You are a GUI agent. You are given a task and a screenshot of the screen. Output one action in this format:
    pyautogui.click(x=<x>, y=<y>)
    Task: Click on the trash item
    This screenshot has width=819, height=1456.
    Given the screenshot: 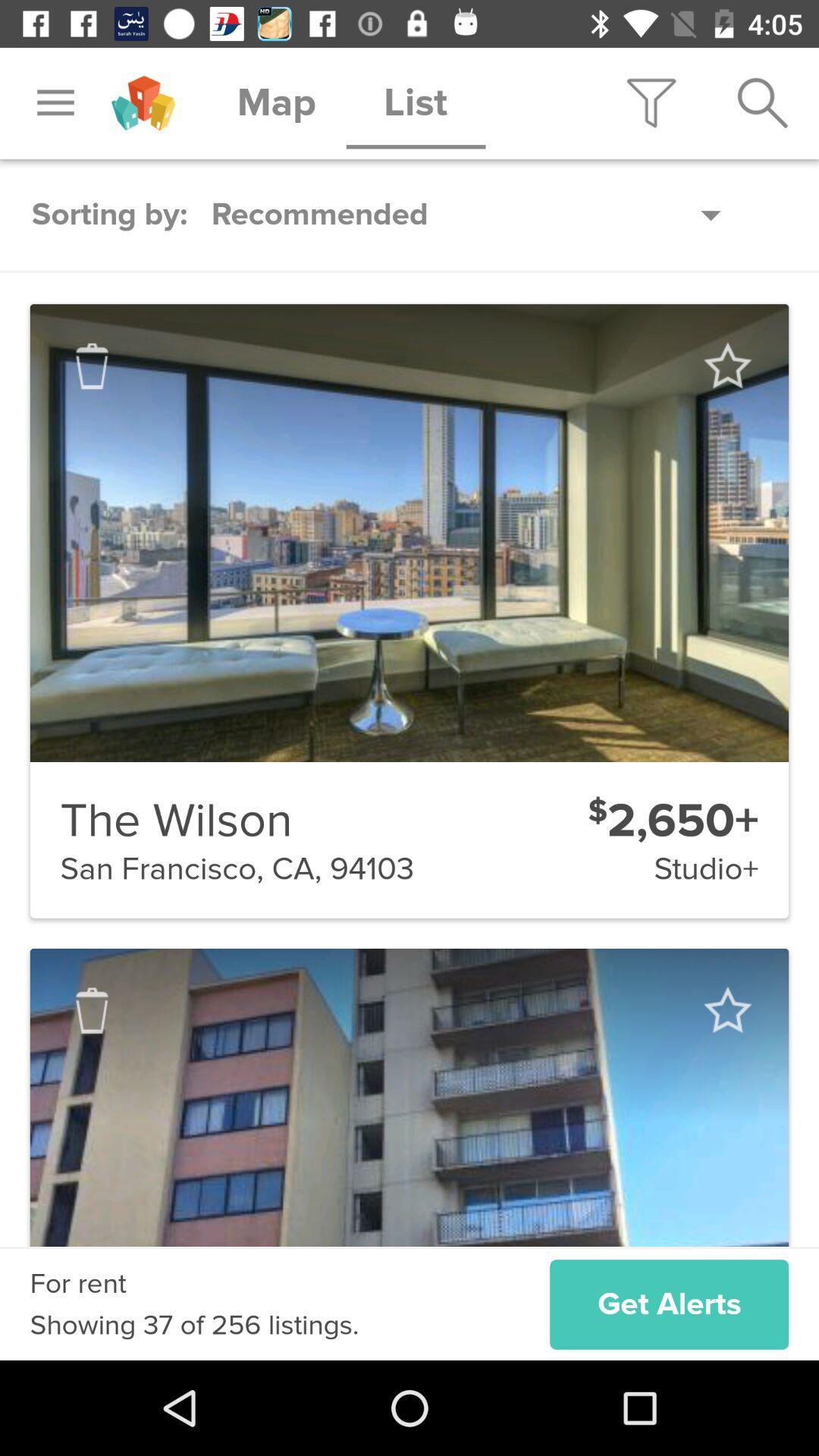 What is the action you would take?
    pyautogui.click(x=92, y=366)
    